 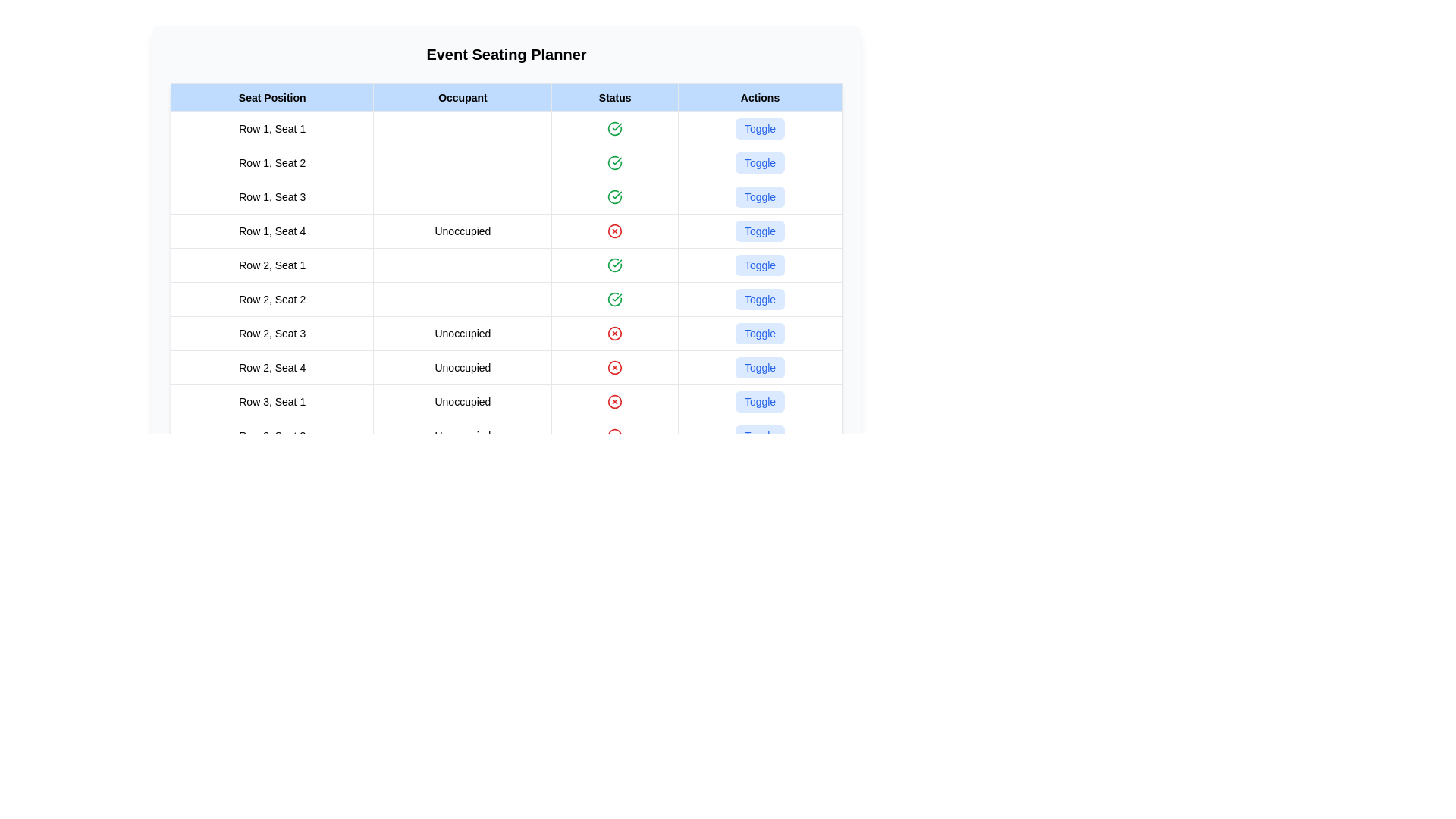 What do you see at coordinates (615, 163) in the screenshot?
I see `the status icon in the 'Status' column of the second row in the 'Event Seating Planner' table, which indicates a confirmed or active status` at bounding box center [615, 163].